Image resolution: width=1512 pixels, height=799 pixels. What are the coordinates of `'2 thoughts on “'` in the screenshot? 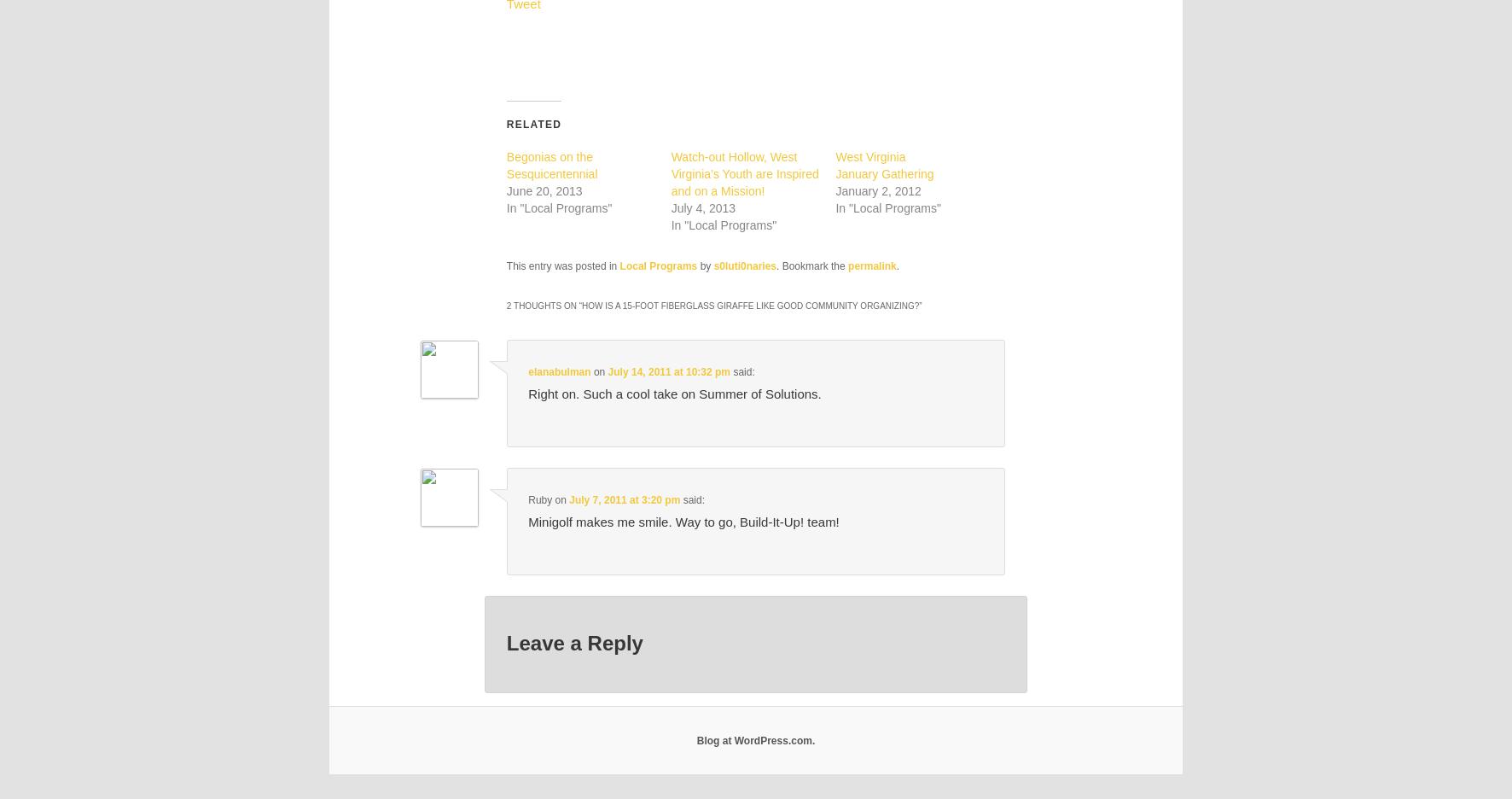 It's located at (544, 305).